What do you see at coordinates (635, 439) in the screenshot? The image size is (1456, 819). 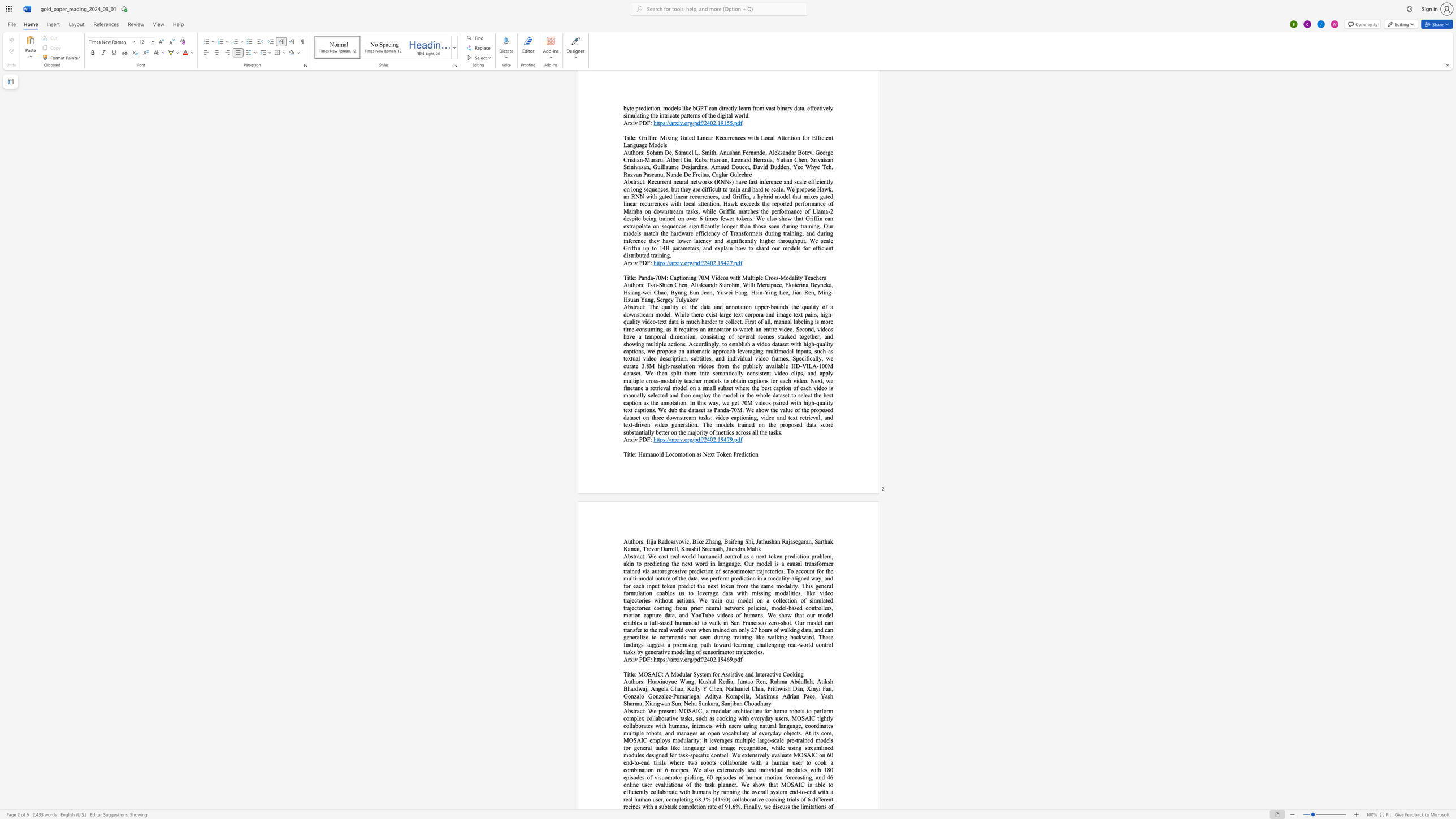 I see `the 1th character "v" in the text` at bounding box center [635, 439].